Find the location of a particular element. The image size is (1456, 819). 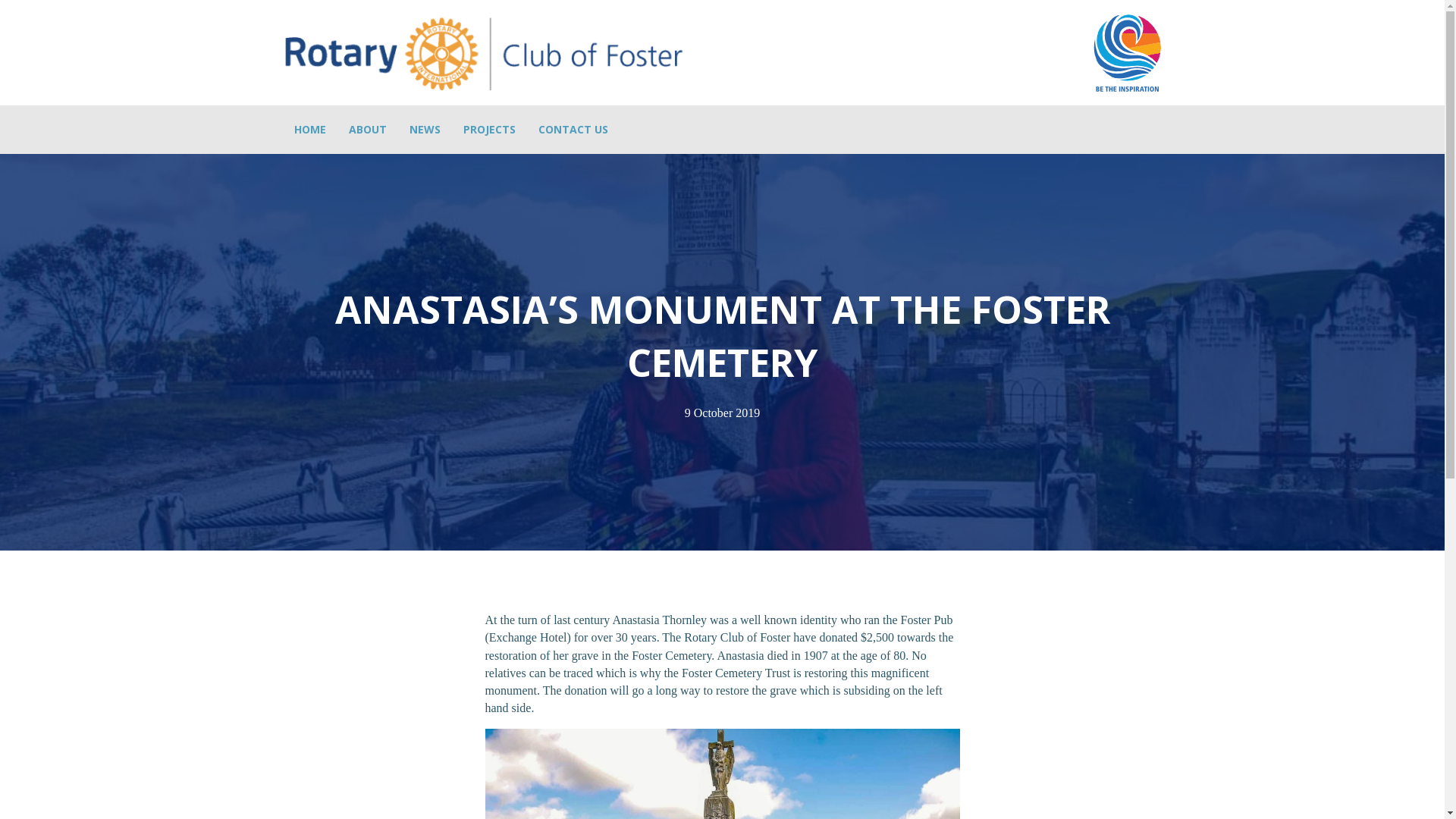

'HOME' is located at coordinates (309, 128).